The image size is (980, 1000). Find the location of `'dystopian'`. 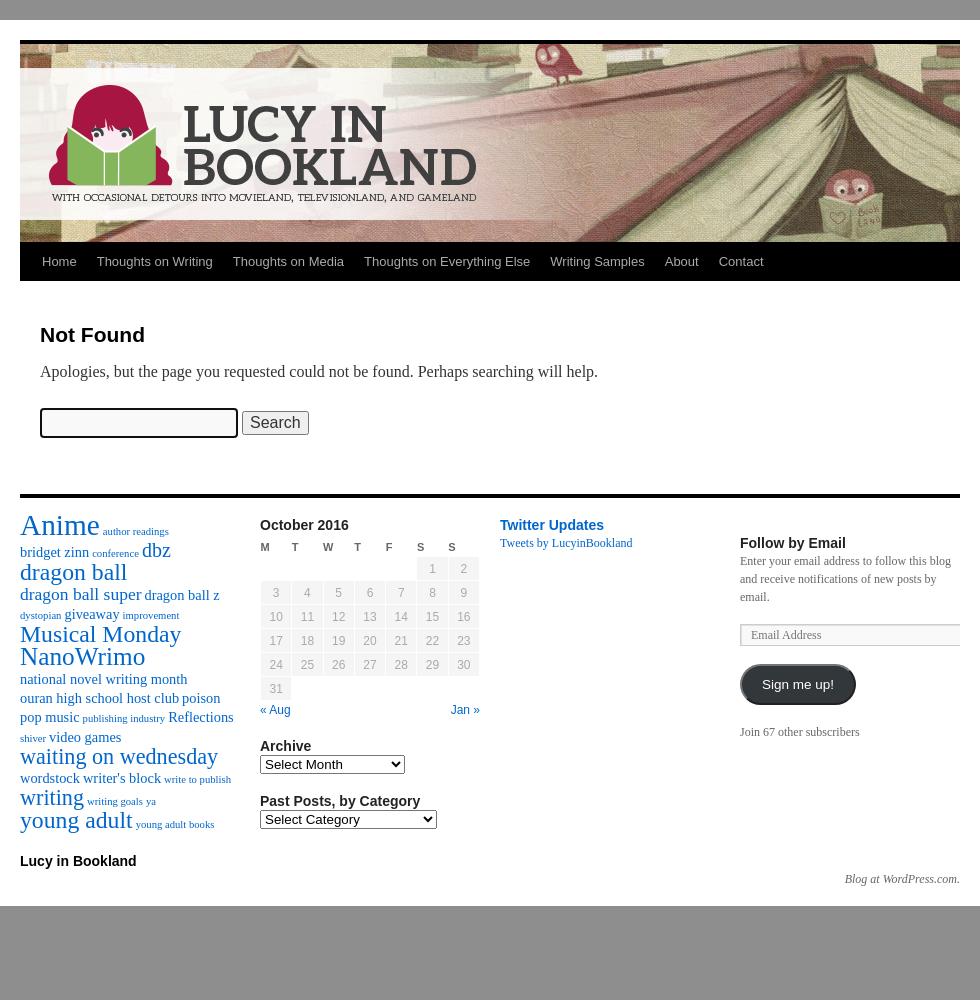

'dystopian' is located at coordinates (40, 614).